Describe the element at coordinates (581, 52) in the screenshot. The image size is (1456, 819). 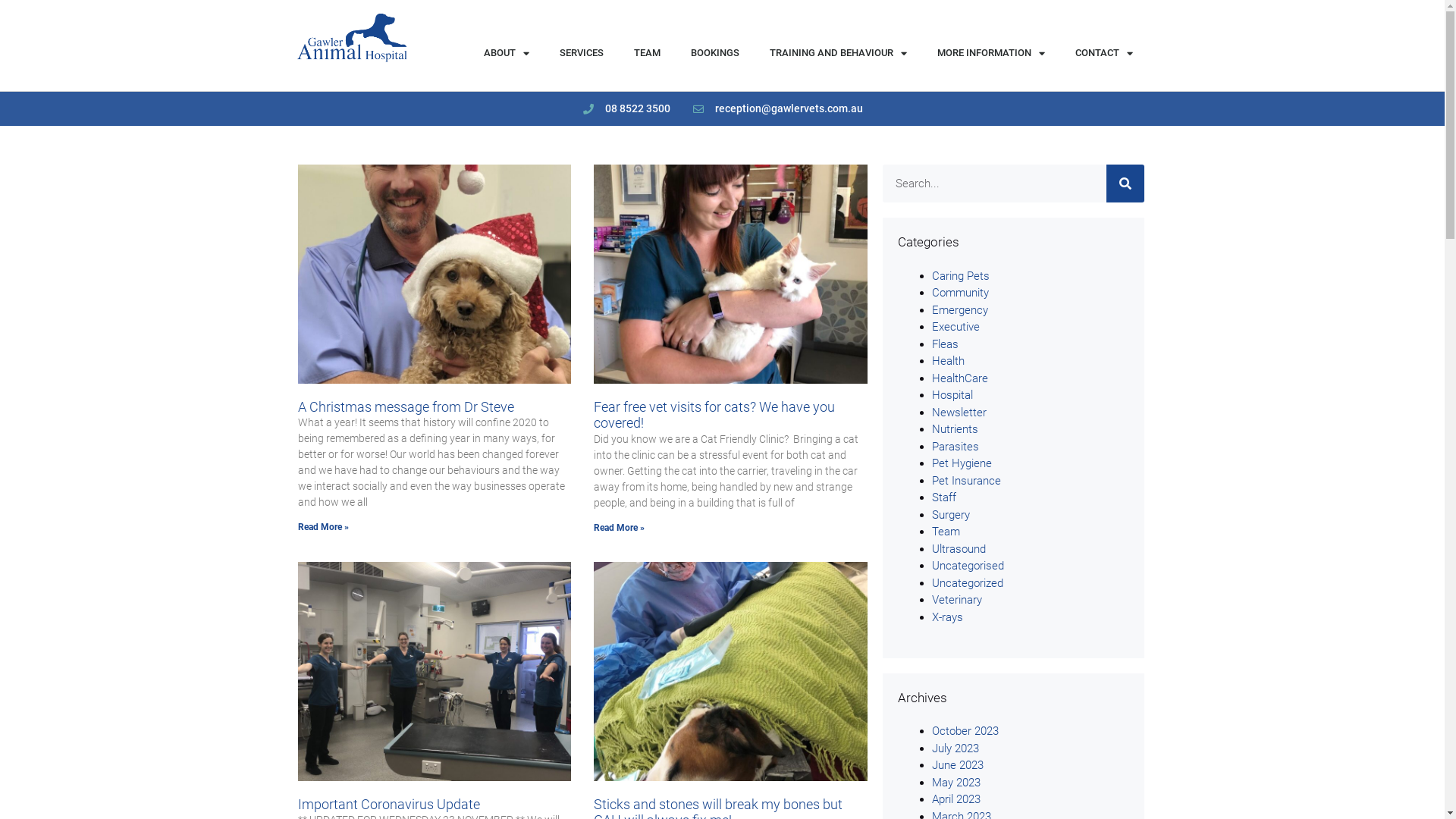
I see `'SERVICES'` at that location.